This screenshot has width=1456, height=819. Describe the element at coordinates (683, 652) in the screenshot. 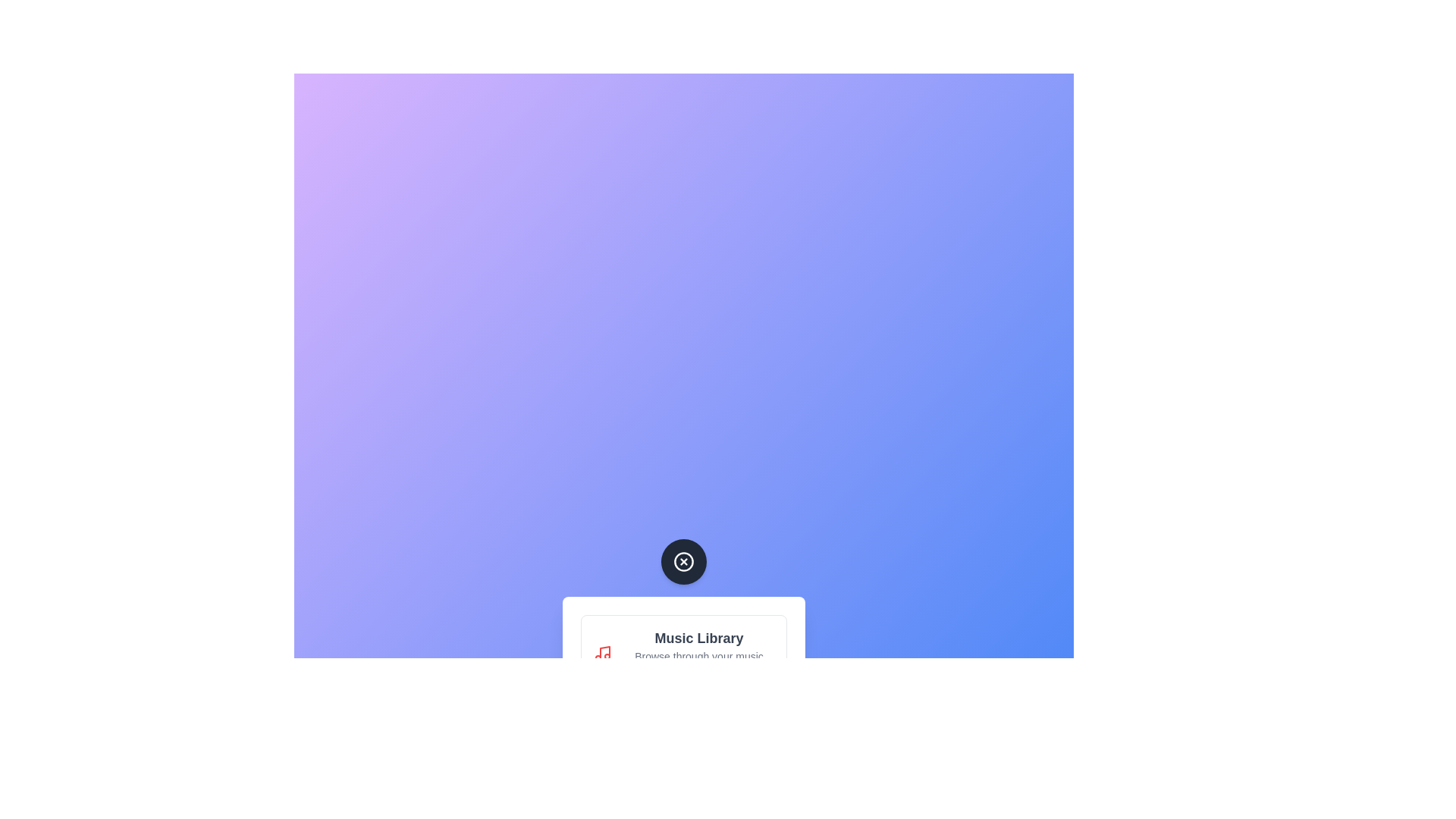

I see `the menu item labeled 'Music Library' to reveal its description` at that location.